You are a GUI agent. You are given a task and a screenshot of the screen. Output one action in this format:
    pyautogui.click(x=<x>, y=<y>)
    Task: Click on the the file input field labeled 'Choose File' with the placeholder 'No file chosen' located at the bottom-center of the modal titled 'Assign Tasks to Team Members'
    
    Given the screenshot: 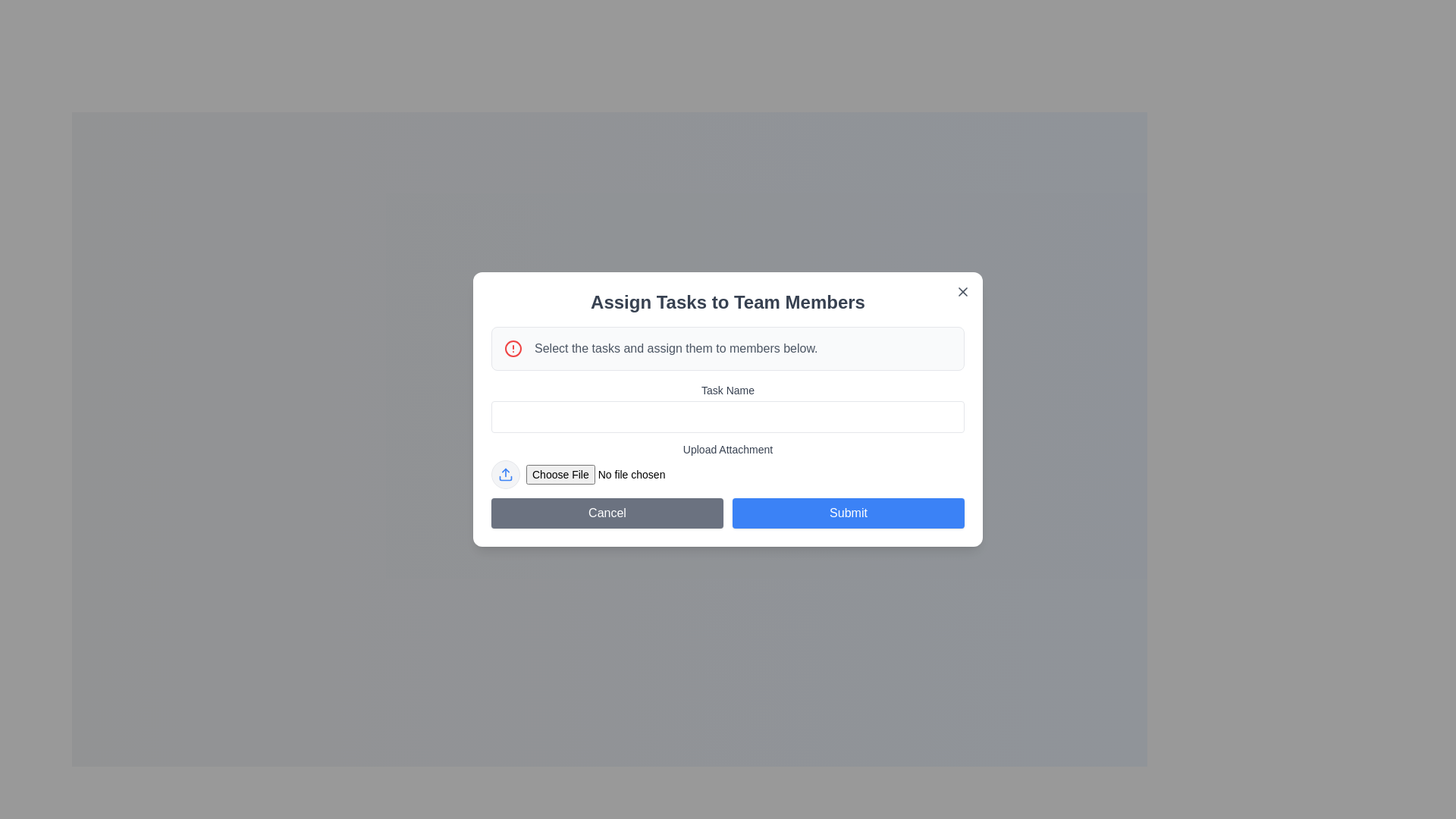 What is the action you would take?
    pyautogui.click(x=745, y=473)
    